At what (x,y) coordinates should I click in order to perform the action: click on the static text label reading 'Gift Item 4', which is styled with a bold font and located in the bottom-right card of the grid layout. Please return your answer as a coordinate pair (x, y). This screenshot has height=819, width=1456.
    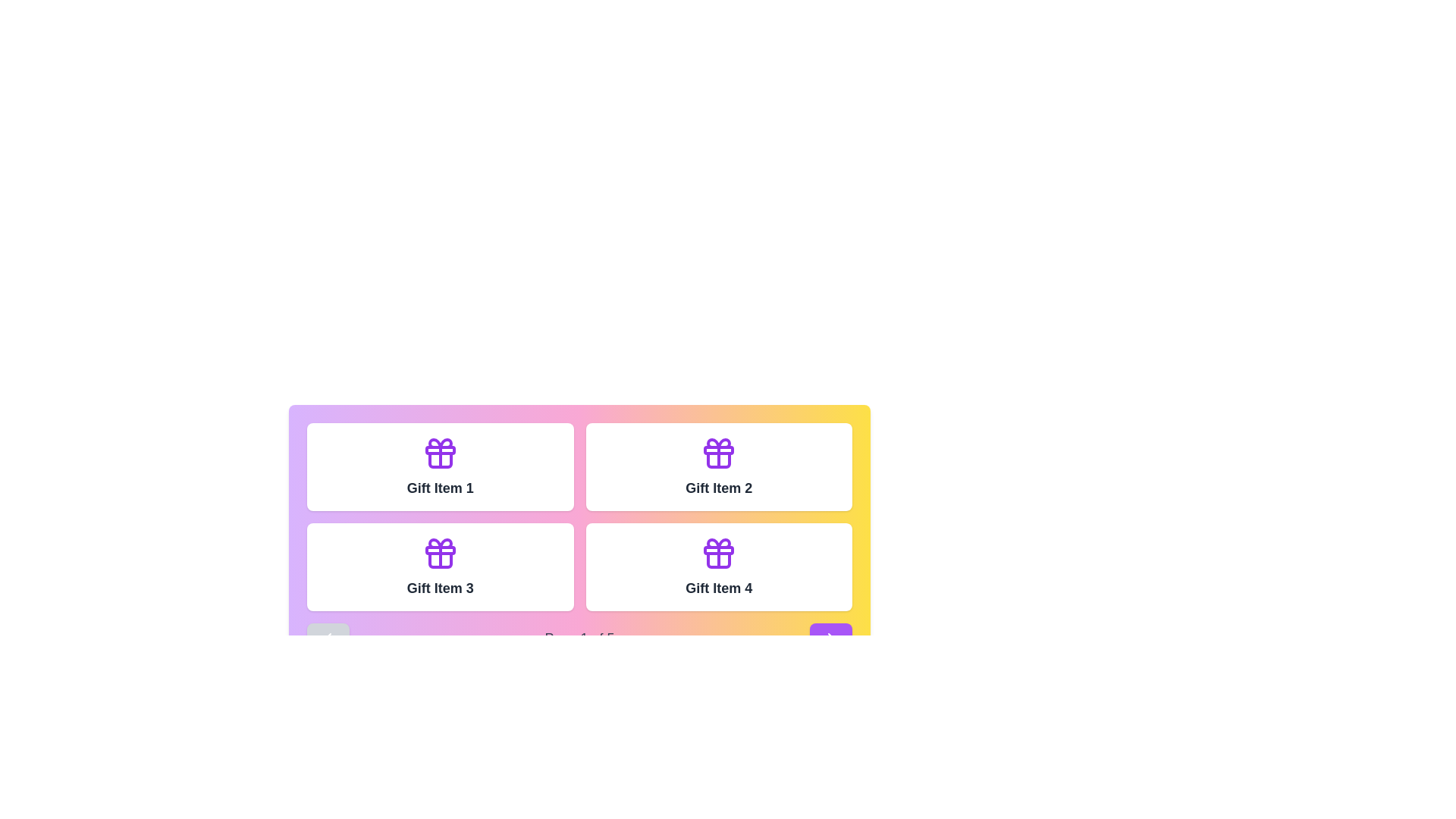
    Looking at the image, I should click on (718, 587).